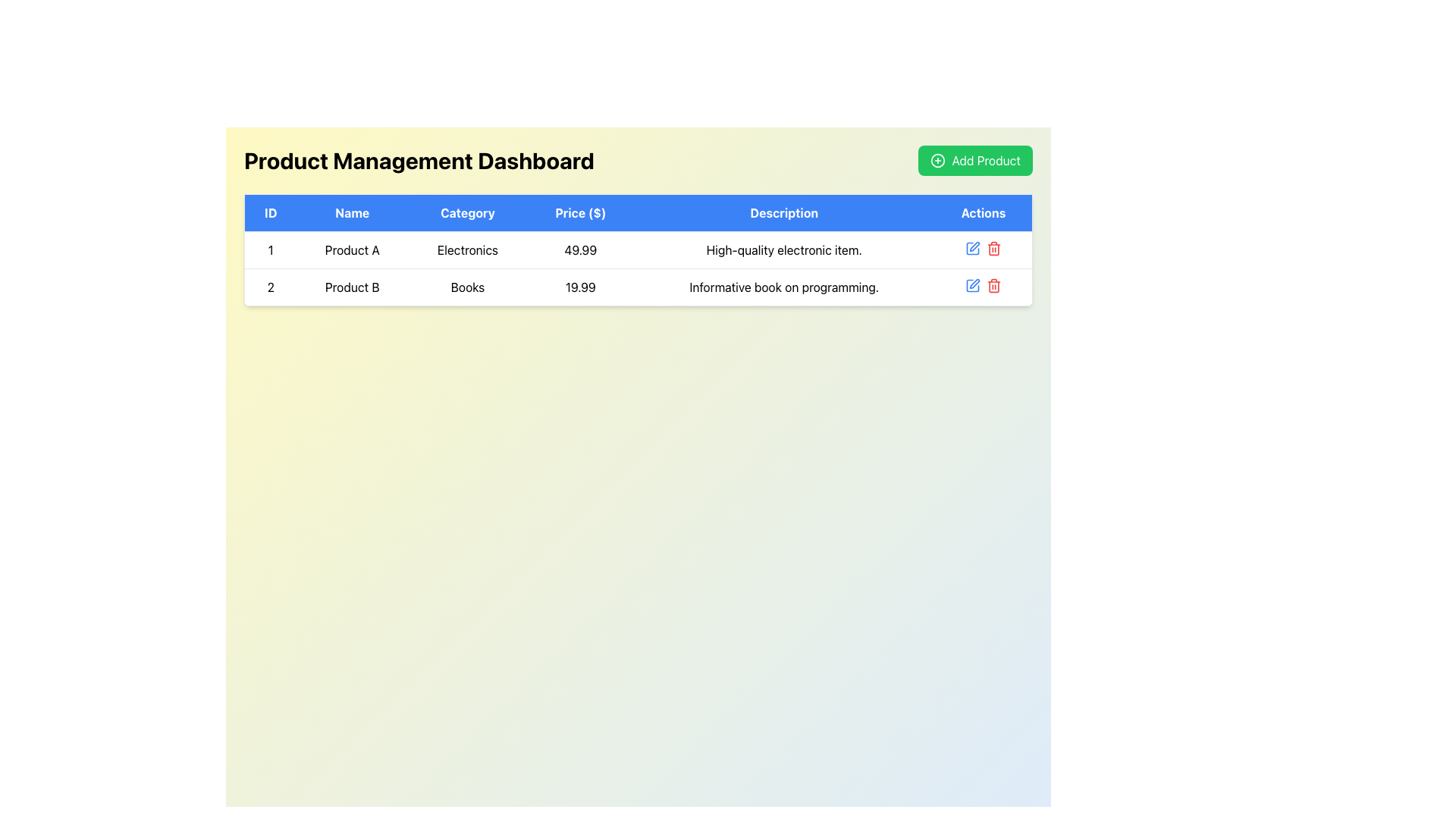 This screenshot has height=819, width=1456. I want to click on the text label displaying the product name 'Product A' located in the second column of the first row in the 'Product Management Dashboard' table, so click(351, 249).